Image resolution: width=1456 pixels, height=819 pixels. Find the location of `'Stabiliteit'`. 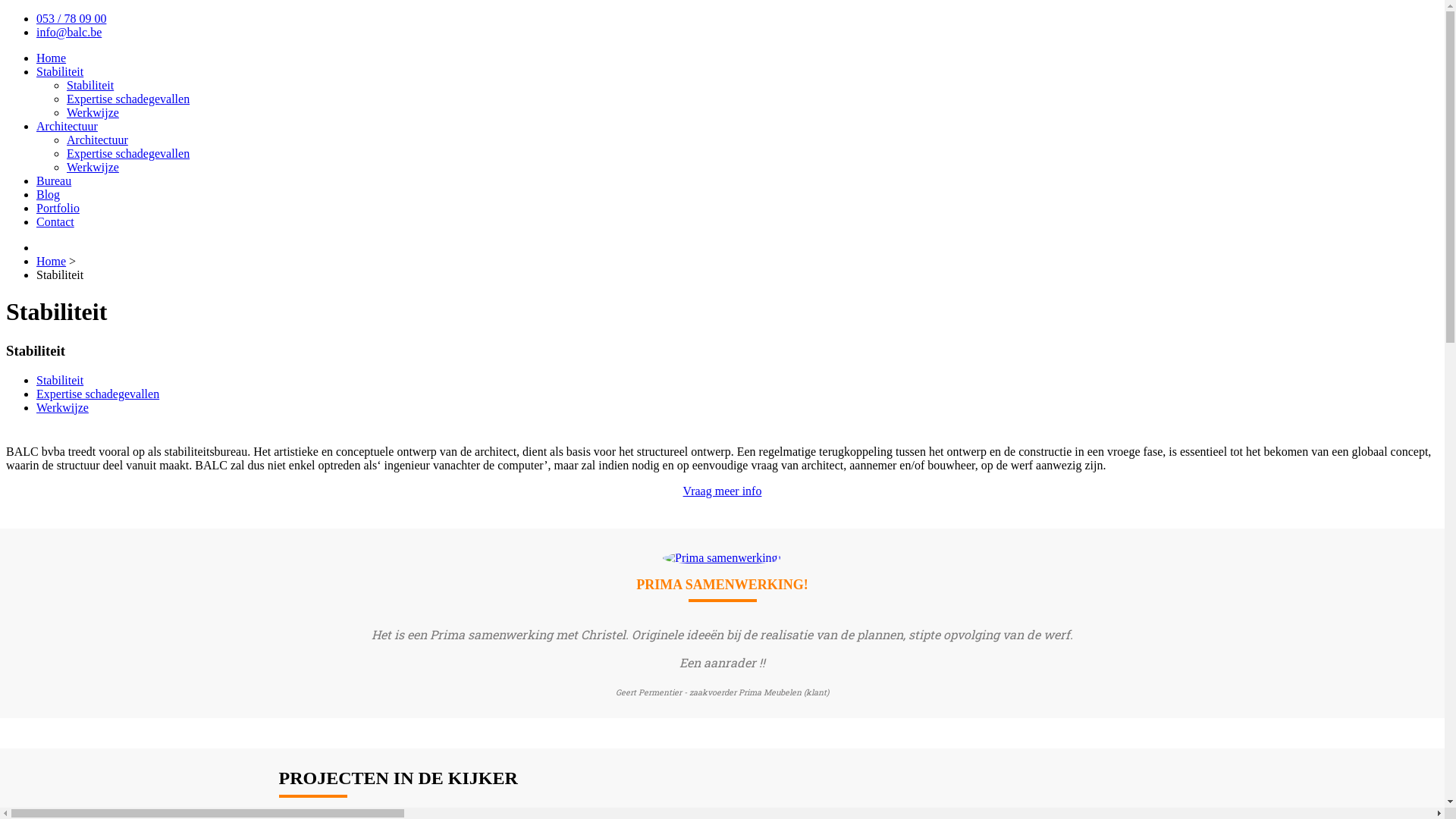

'Stabiliteit' is located at coordinates (59, 379).